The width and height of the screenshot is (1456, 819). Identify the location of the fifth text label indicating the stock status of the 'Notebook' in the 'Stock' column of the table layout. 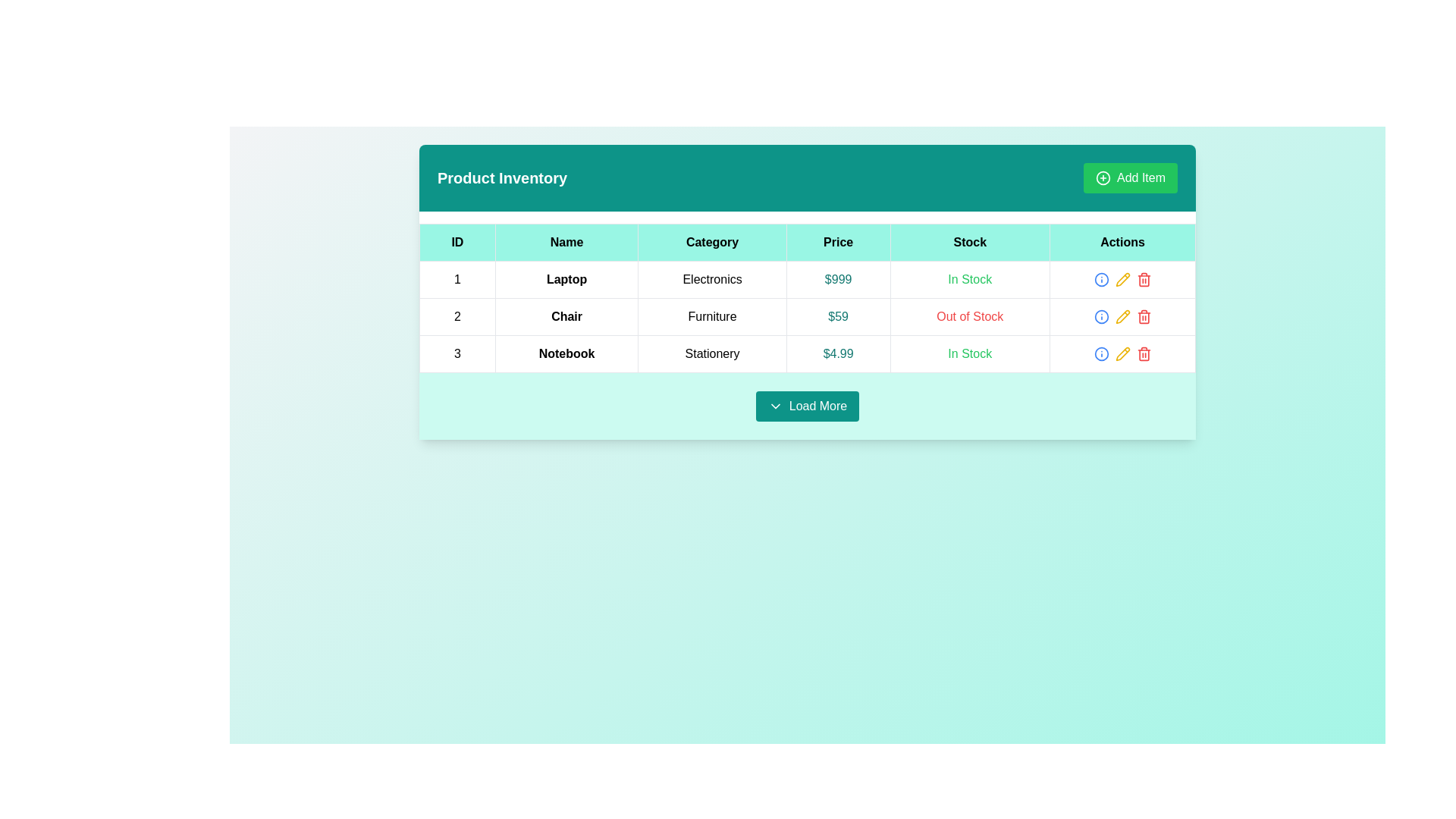
(969, 353).